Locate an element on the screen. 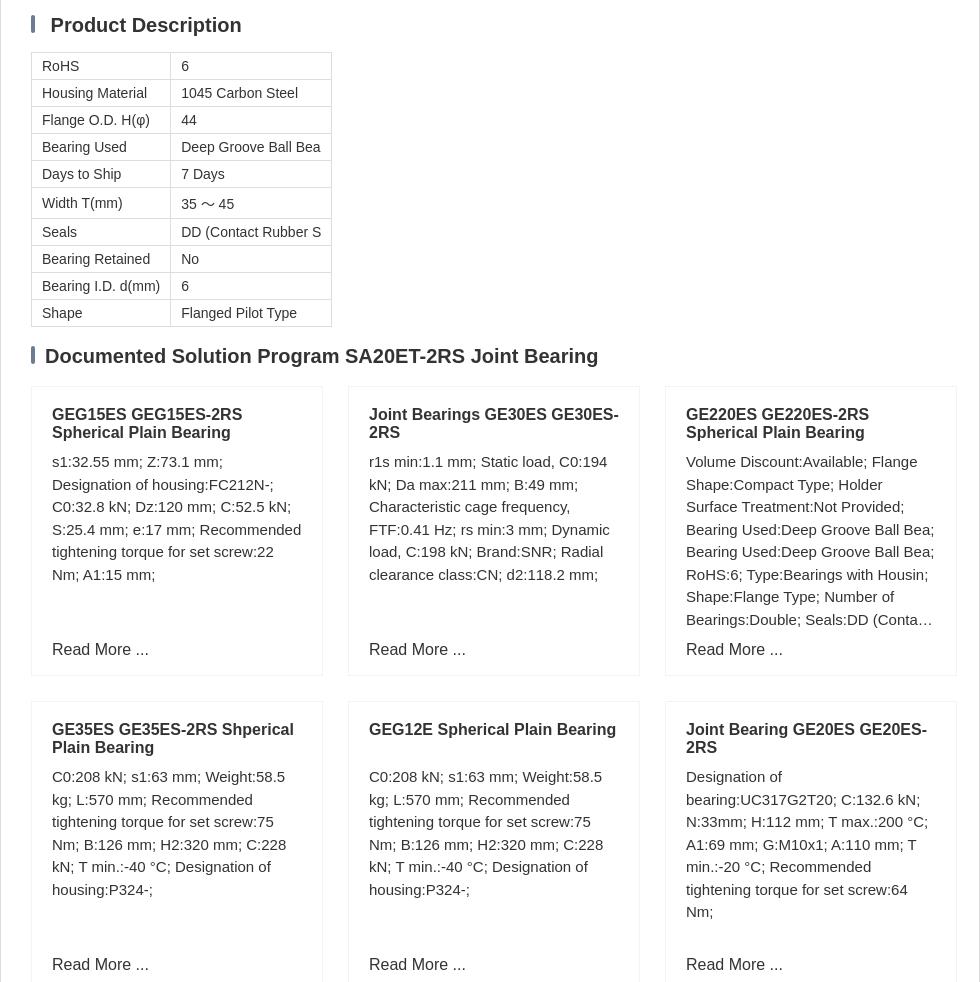 The image size is (980, 982). 'Bearing I.D. d(mm)' is located at coordinates (42, 285).